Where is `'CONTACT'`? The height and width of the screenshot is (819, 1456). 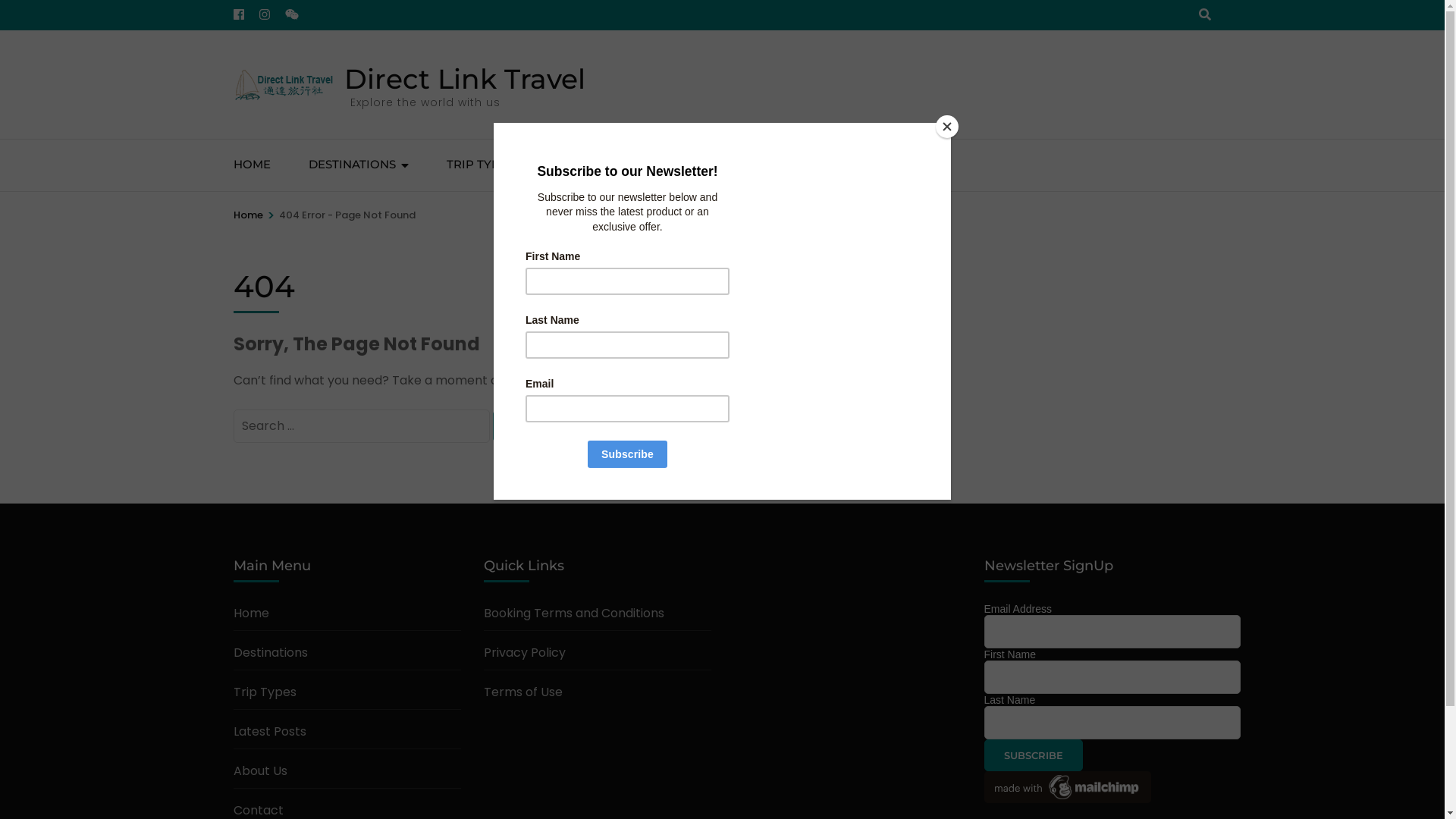 'CONTACT' is located at coordinates (807, 165).